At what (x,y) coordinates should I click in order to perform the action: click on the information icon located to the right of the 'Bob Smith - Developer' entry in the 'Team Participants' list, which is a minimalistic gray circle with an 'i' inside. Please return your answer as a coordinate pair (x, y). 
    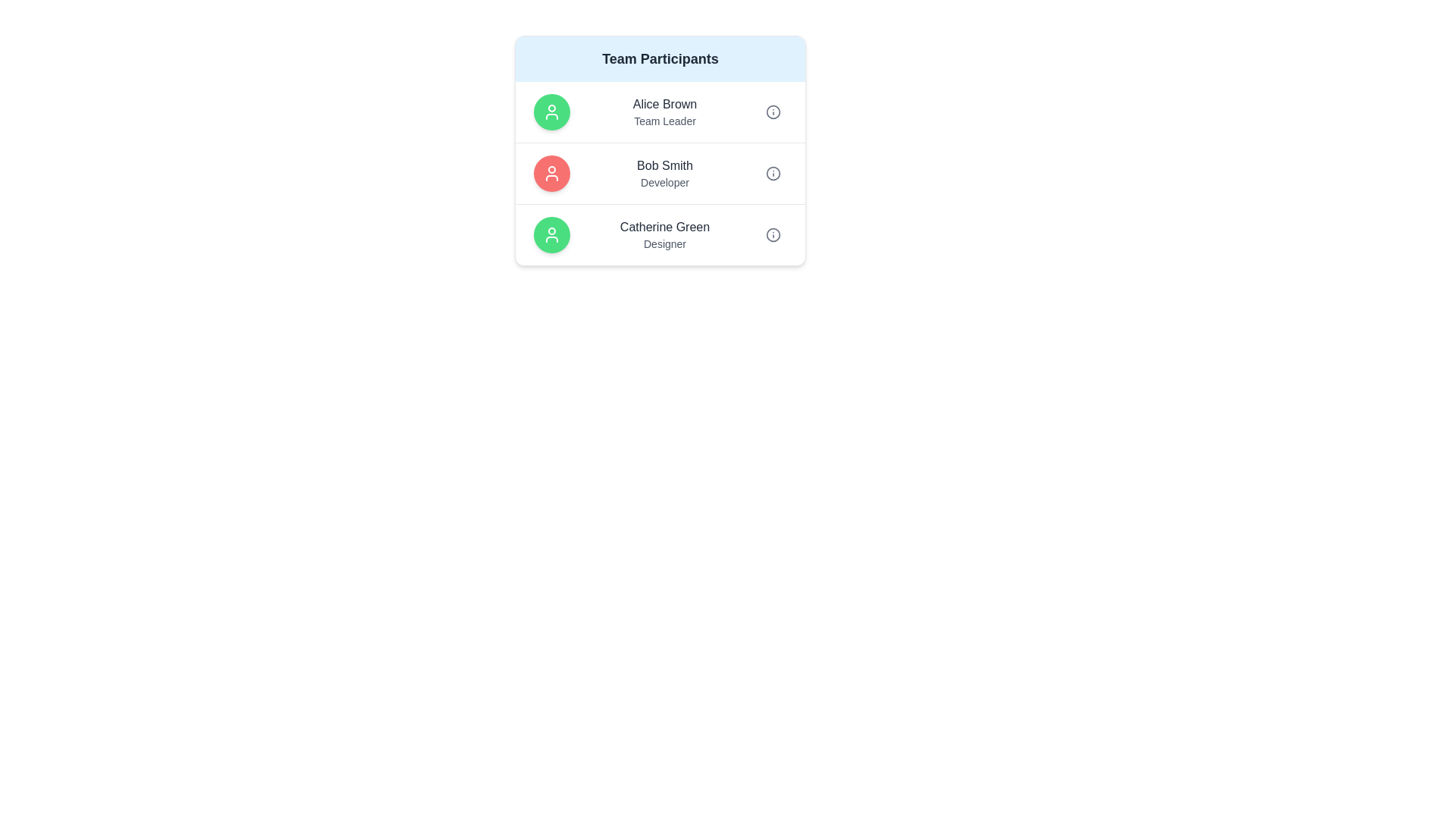
    Looking at the image, I should click on (773, 172).